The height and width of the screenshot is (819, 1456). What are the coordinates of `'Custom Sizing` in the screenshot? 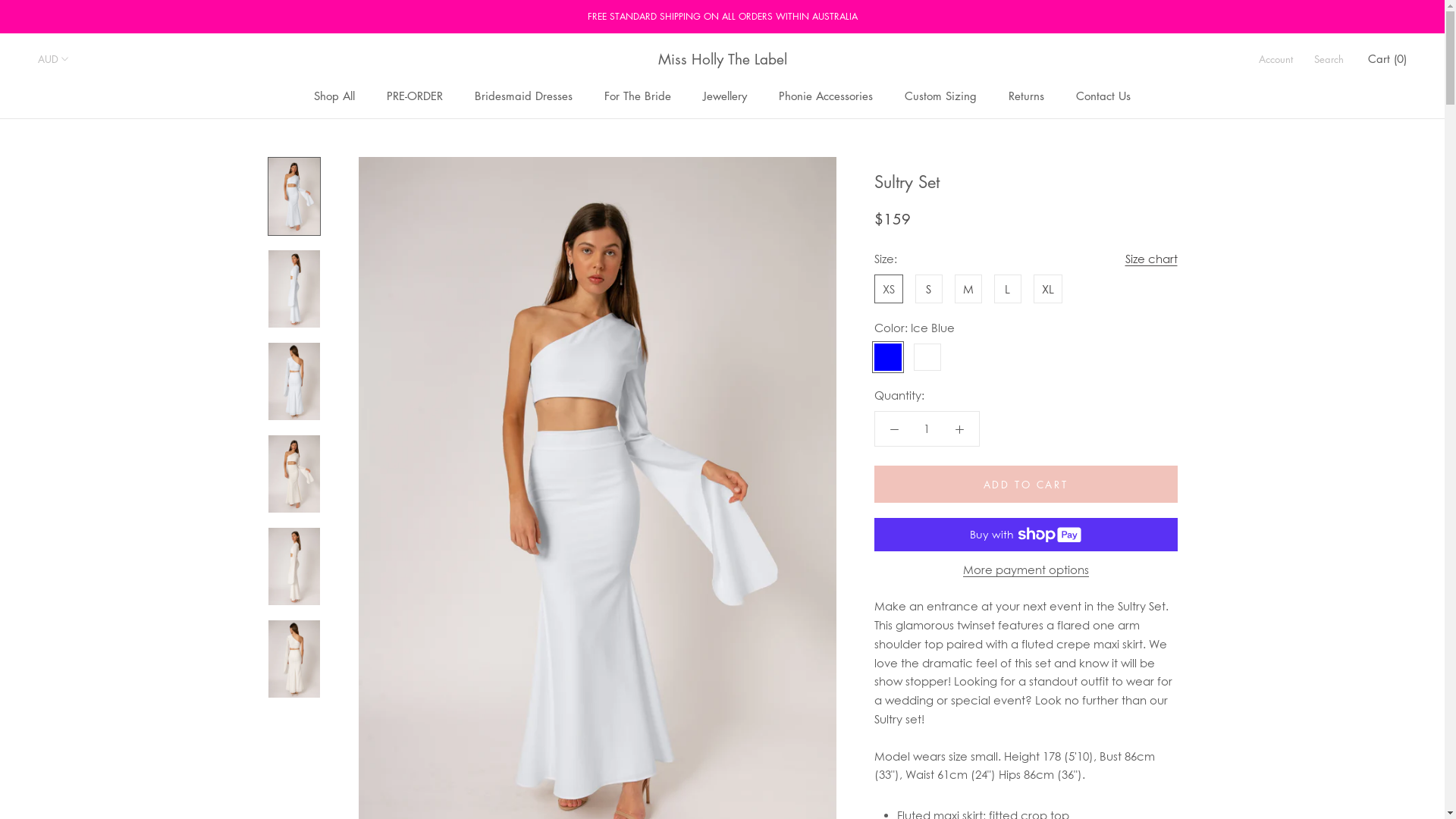 It's located at (905, 96).